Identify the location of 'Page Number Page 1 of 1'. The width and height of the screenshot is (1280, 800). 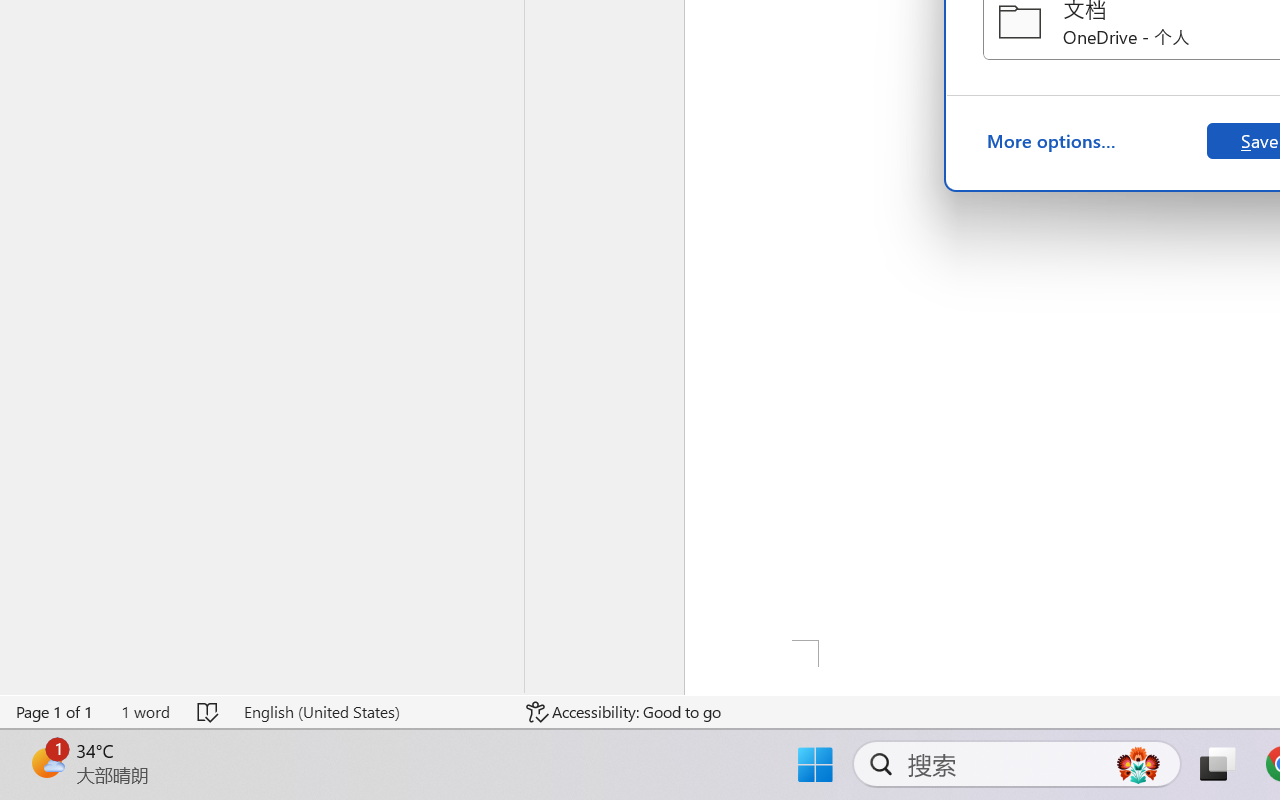
(55, 711).